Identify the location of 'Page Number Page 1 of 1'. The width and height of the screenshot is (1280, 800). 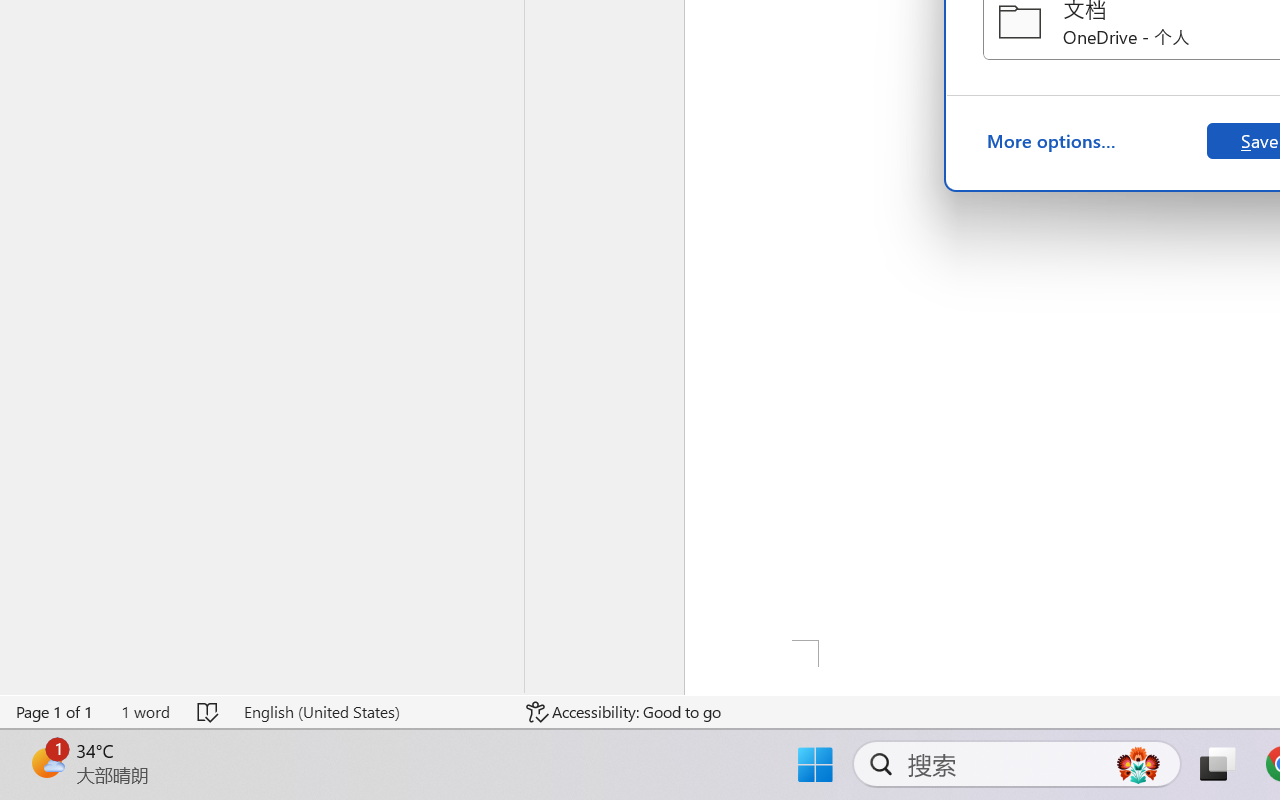
(55, 711).